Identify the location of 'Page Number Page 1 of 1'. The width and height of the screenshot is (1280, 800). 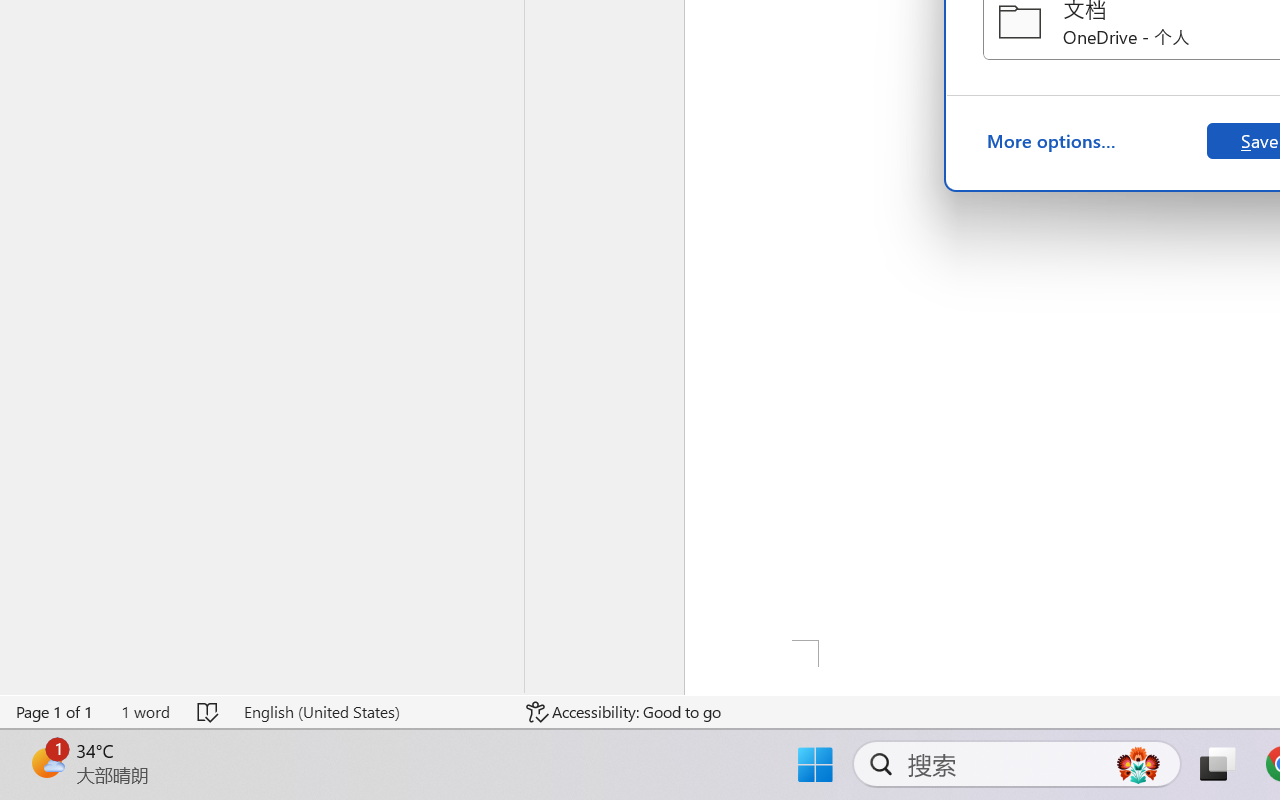
(55, 711).